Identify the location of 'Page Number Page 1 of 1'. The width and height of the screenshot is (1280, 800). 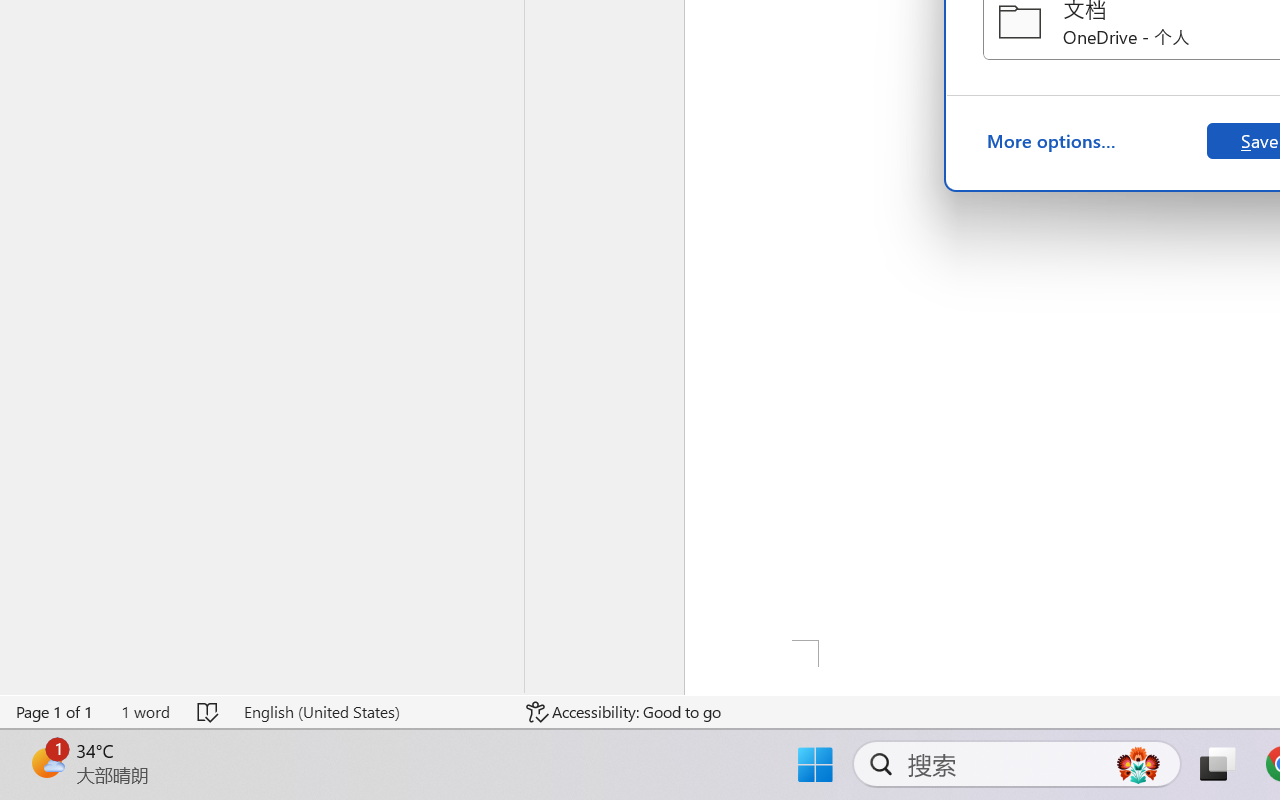
(55, 711).